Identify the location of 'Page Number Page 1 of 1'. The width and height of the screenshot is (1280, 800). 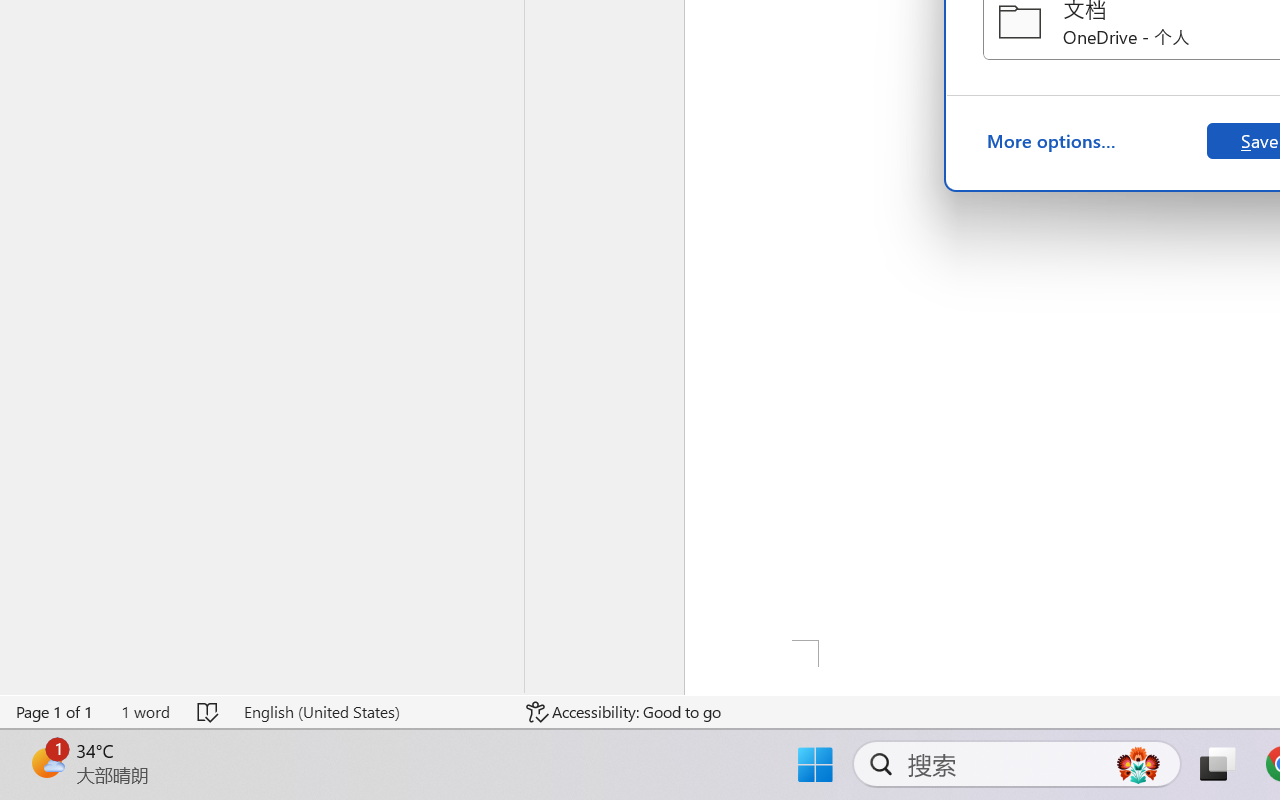
(55, 711).